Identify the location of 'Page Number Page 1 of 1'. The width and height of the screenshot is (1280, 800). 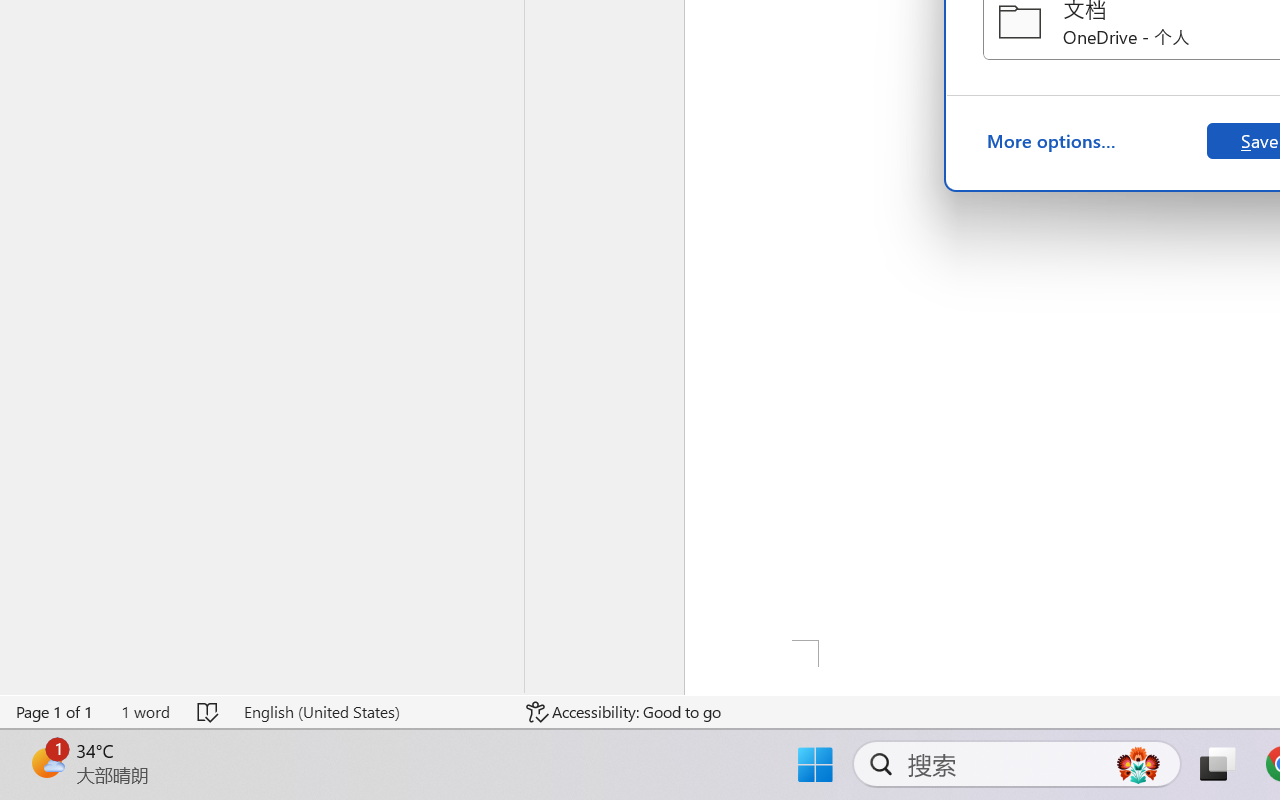
(55, 711).